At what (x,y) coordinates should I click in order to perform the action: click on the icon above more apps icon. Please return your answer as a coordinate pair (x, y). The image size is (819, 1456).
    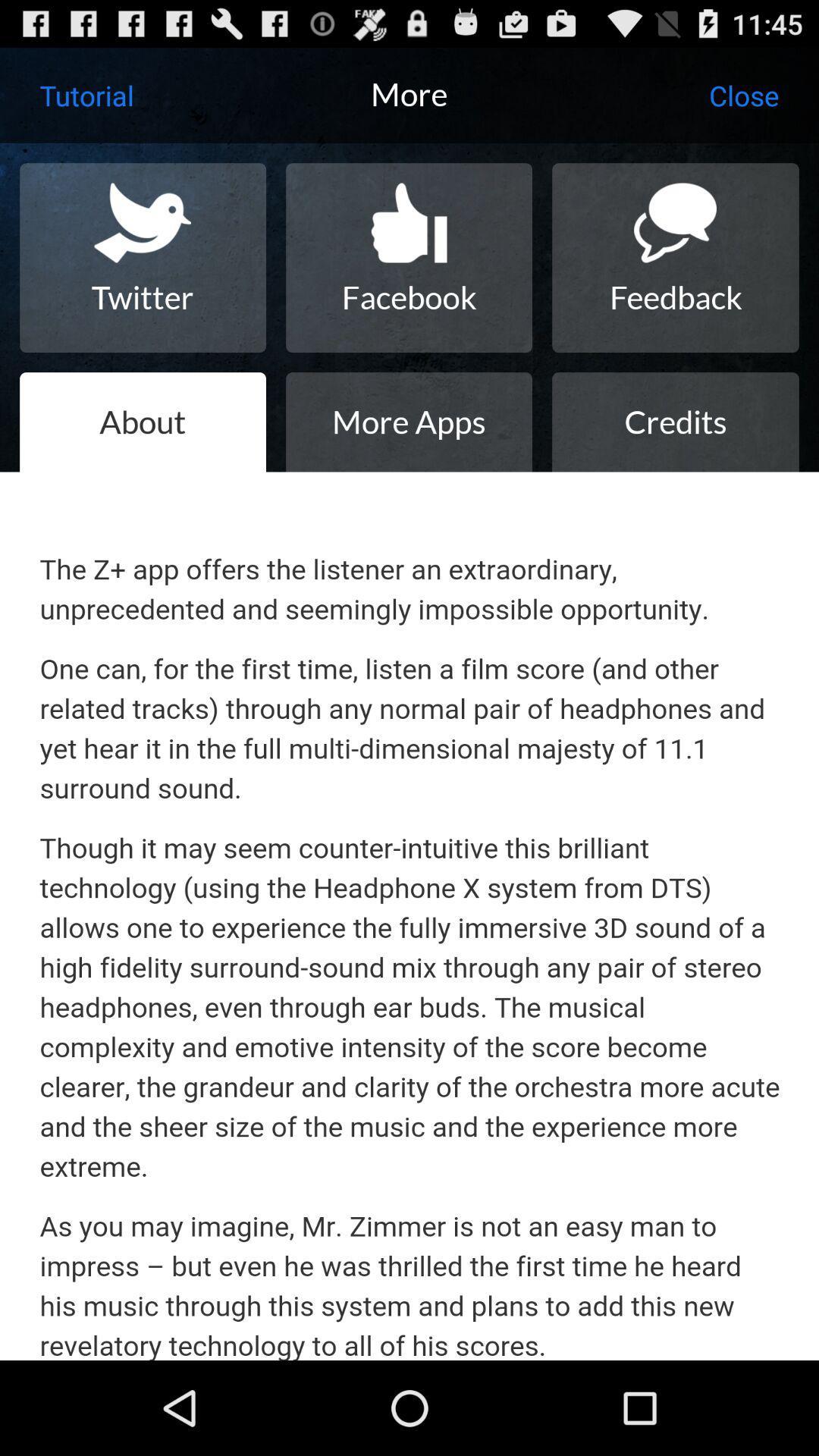
    Looking at the image, I should click on (408, 258).